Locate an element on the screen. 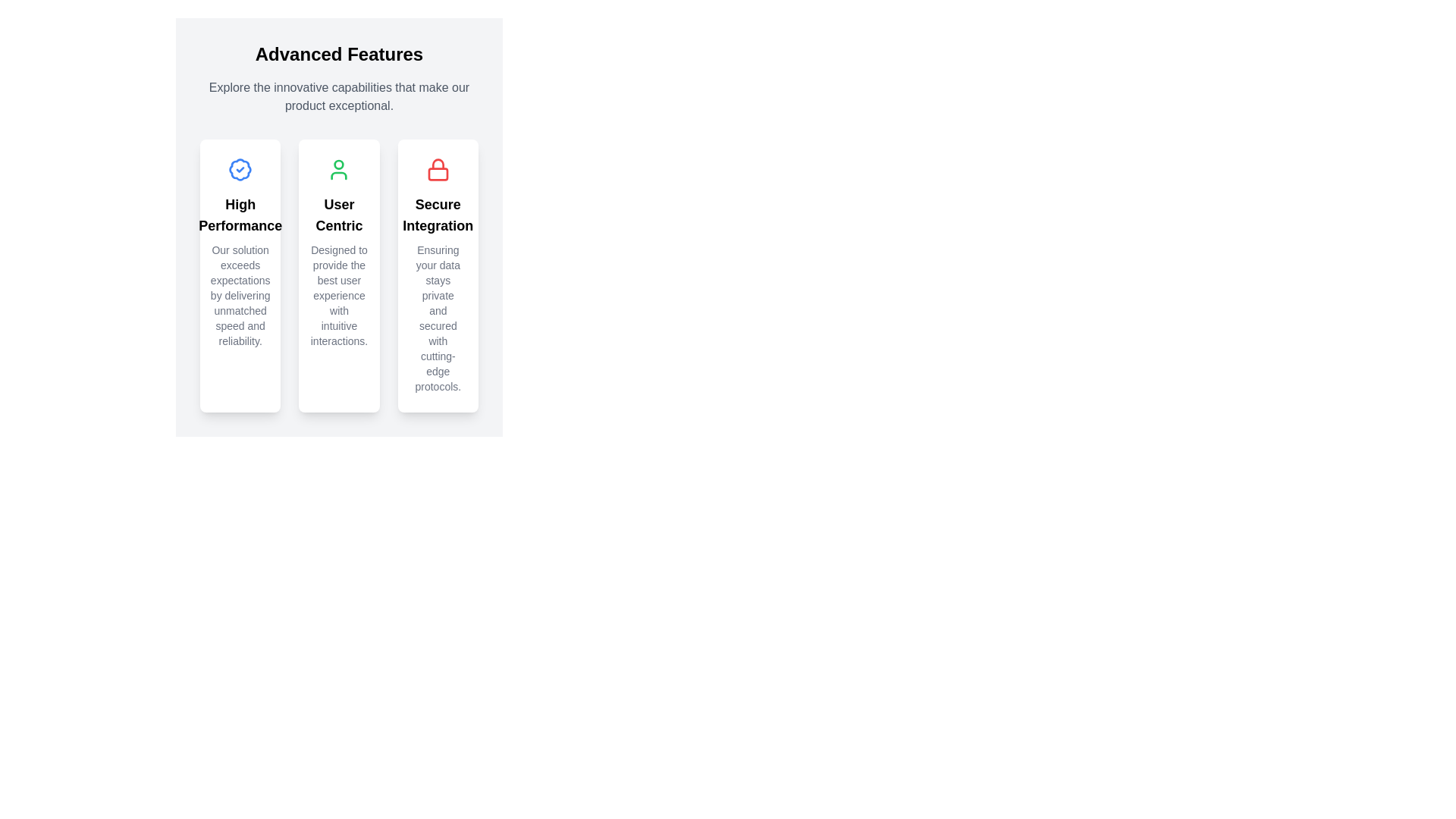  the informational subheading that provides additional context related to the 'Advanced Features' heading, located directly below it is located at coordinates (338, 96).